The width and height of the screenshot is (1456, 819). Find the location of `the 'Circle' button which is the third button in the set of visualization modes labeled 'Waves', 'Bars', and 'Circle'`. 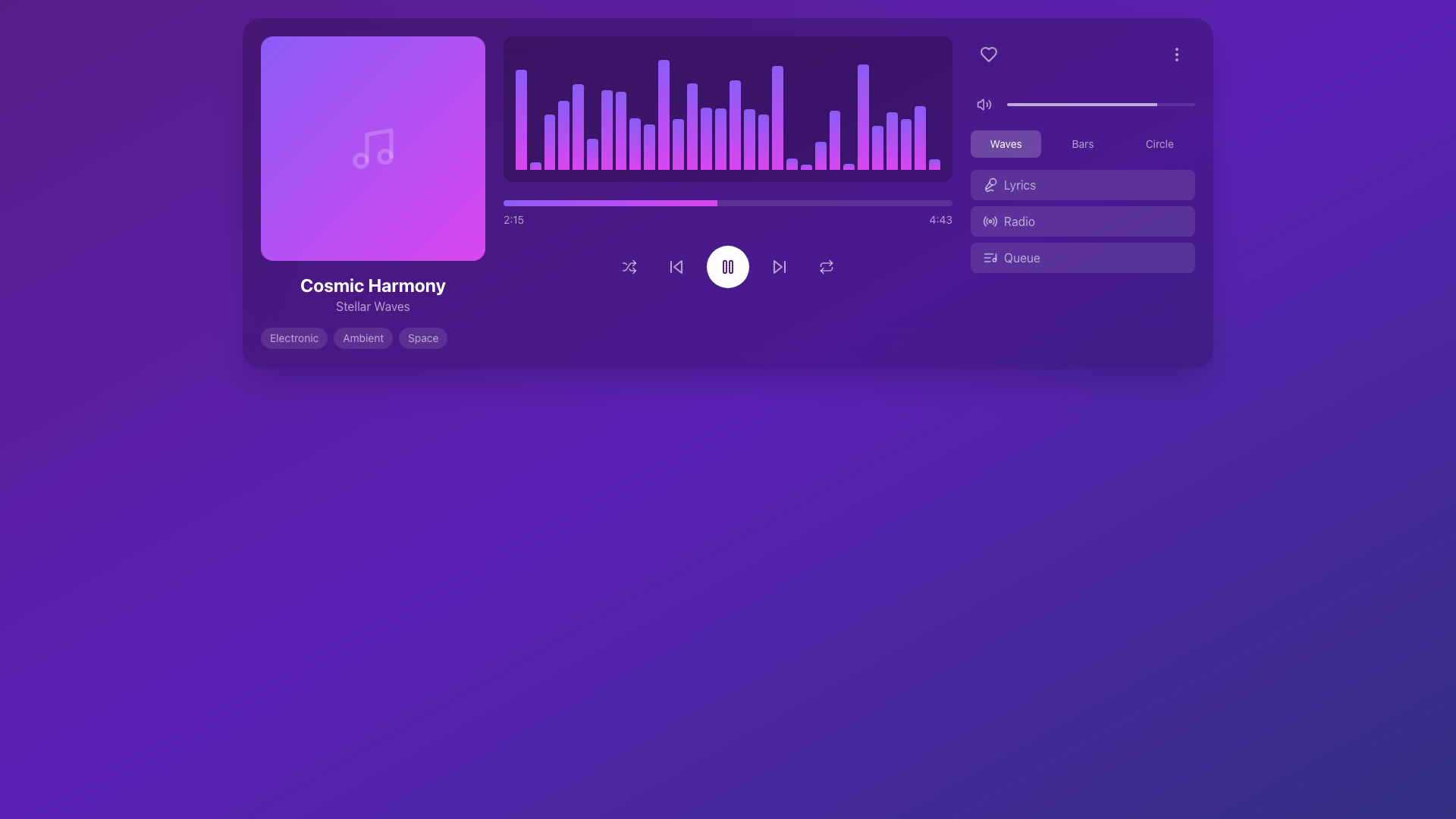

the 'Circle' button which is the third button in the set of visualization modes labeled 'Waves', 'Bars', and 'Circle' is located at coordinates (1159, 143).